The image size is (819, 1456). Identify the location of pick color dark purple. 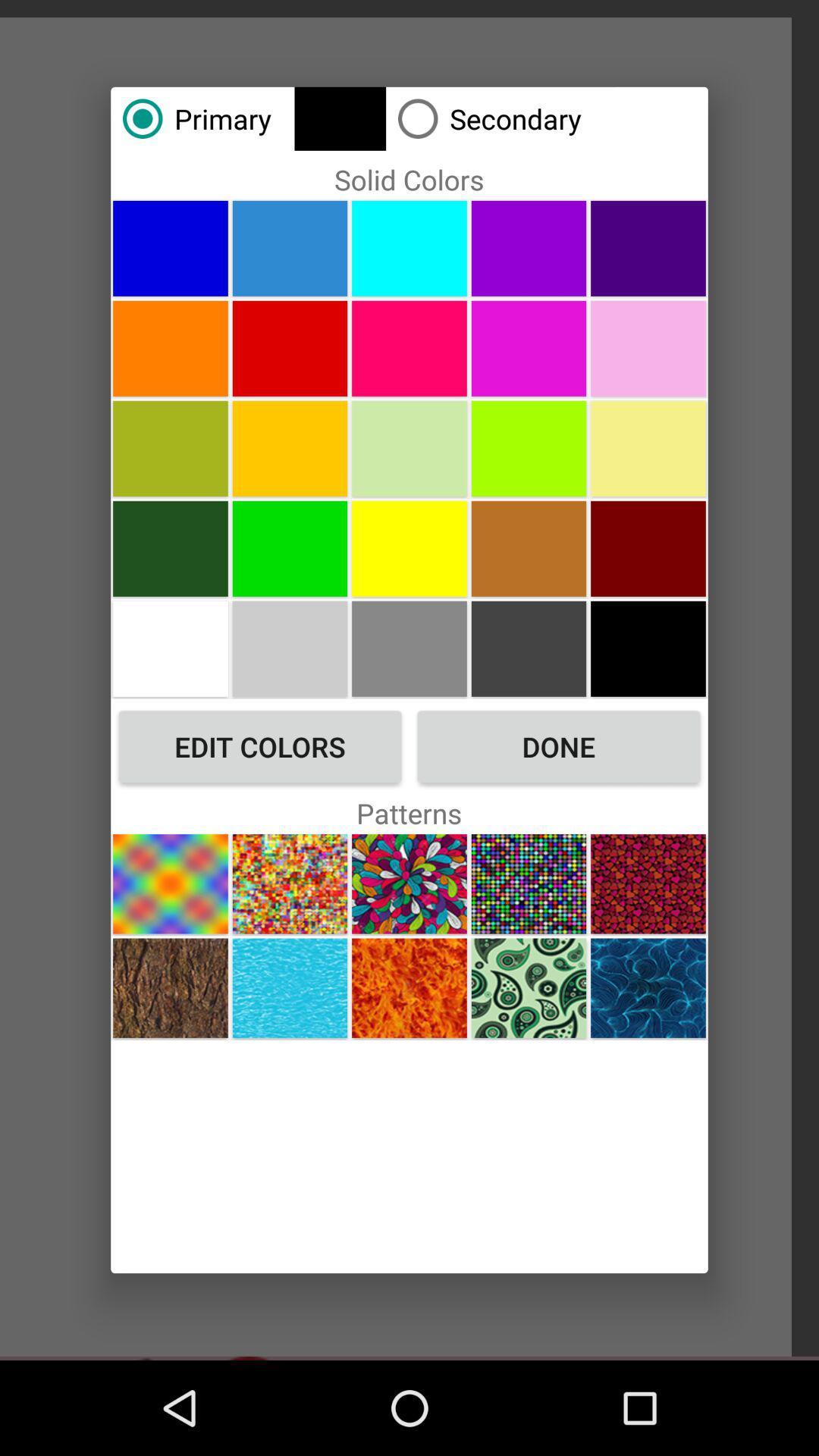
(648, 248).